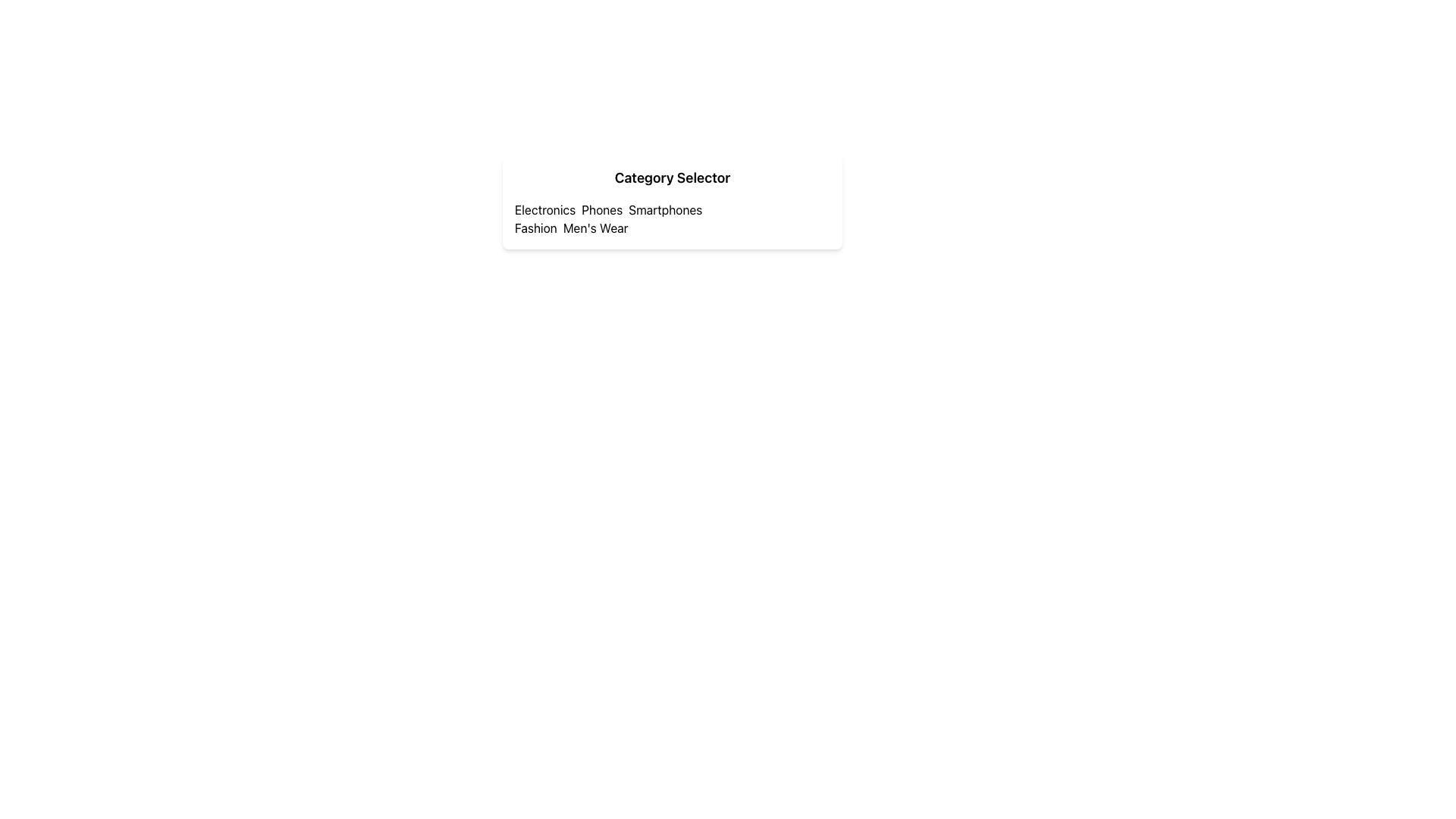 This screenshot has height=819, width=1456. What do you see at coordinates (665, 210) in the screenshot?
I see `the text label that serves as a category or subsection label, positioned below the 'Electronics' category and following the word 'Phones', if it is a hyperlink` at bounding box center [665, 210].